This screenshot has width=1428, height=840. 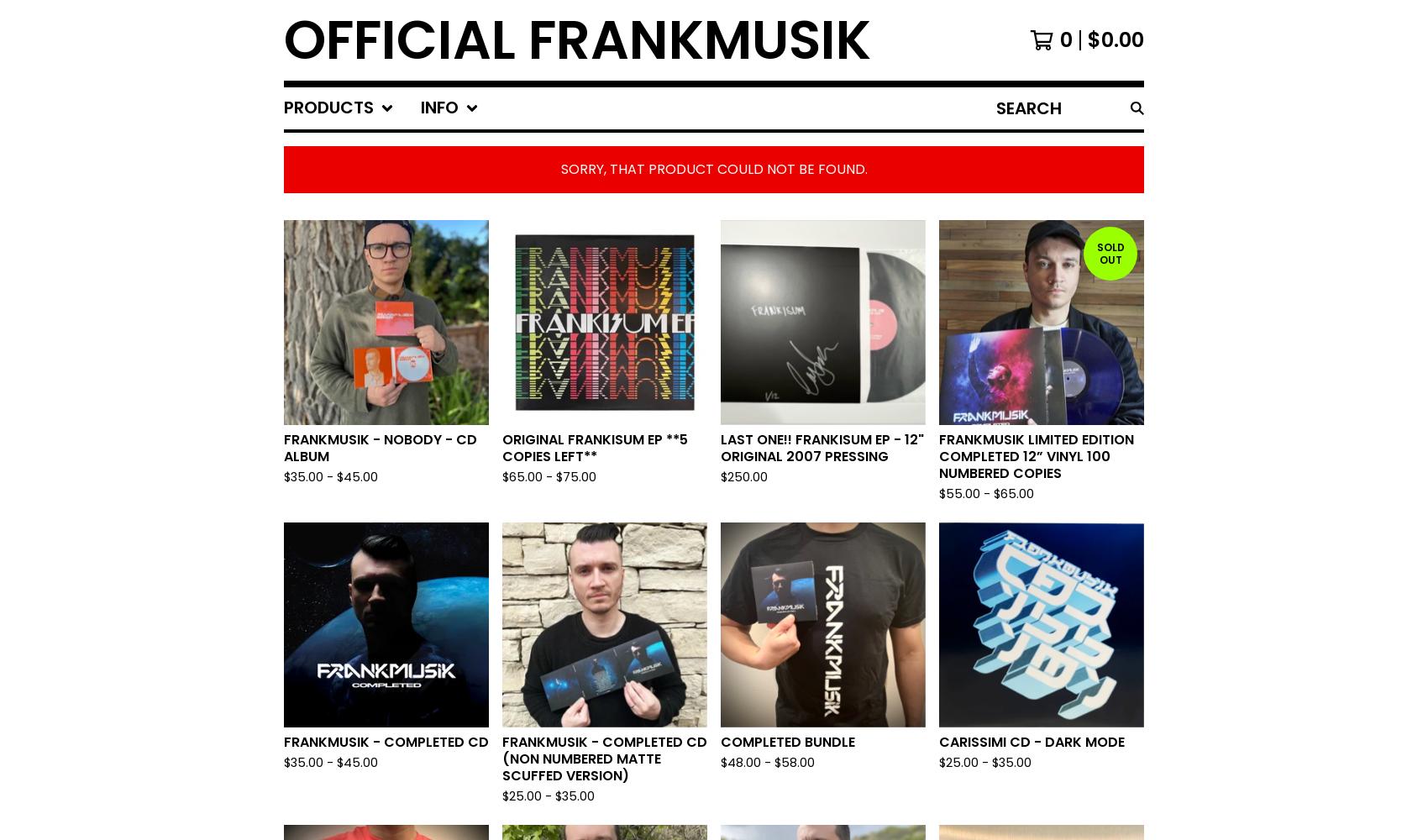 What do you see at coordinates (781, 763) in the screenshot?
I see `'58.00'` at bounding box center [781, 763].